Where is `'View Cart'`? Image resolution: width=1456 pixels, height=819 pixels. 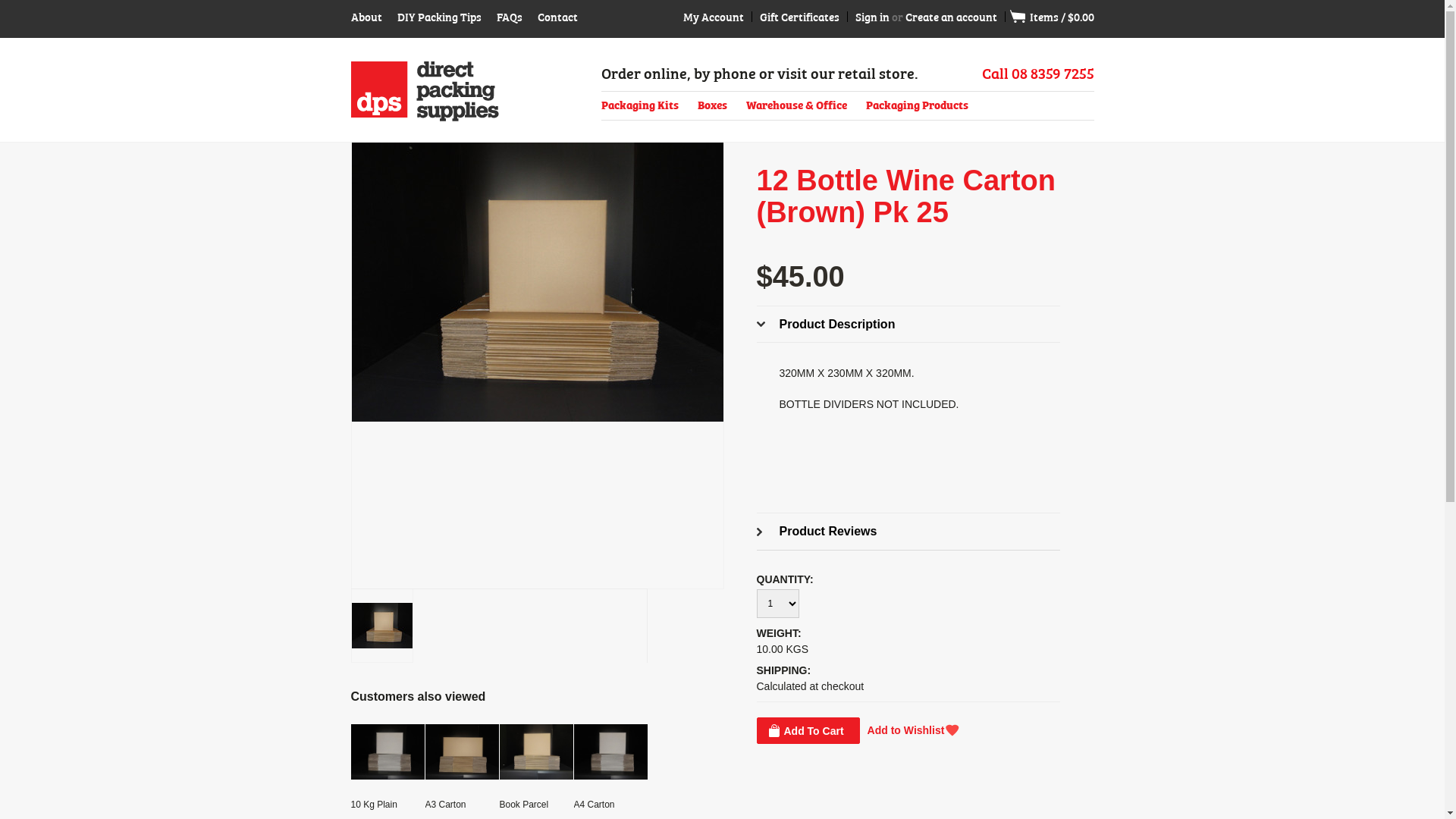
'View Cart' is located at coordinates (1022, 17).